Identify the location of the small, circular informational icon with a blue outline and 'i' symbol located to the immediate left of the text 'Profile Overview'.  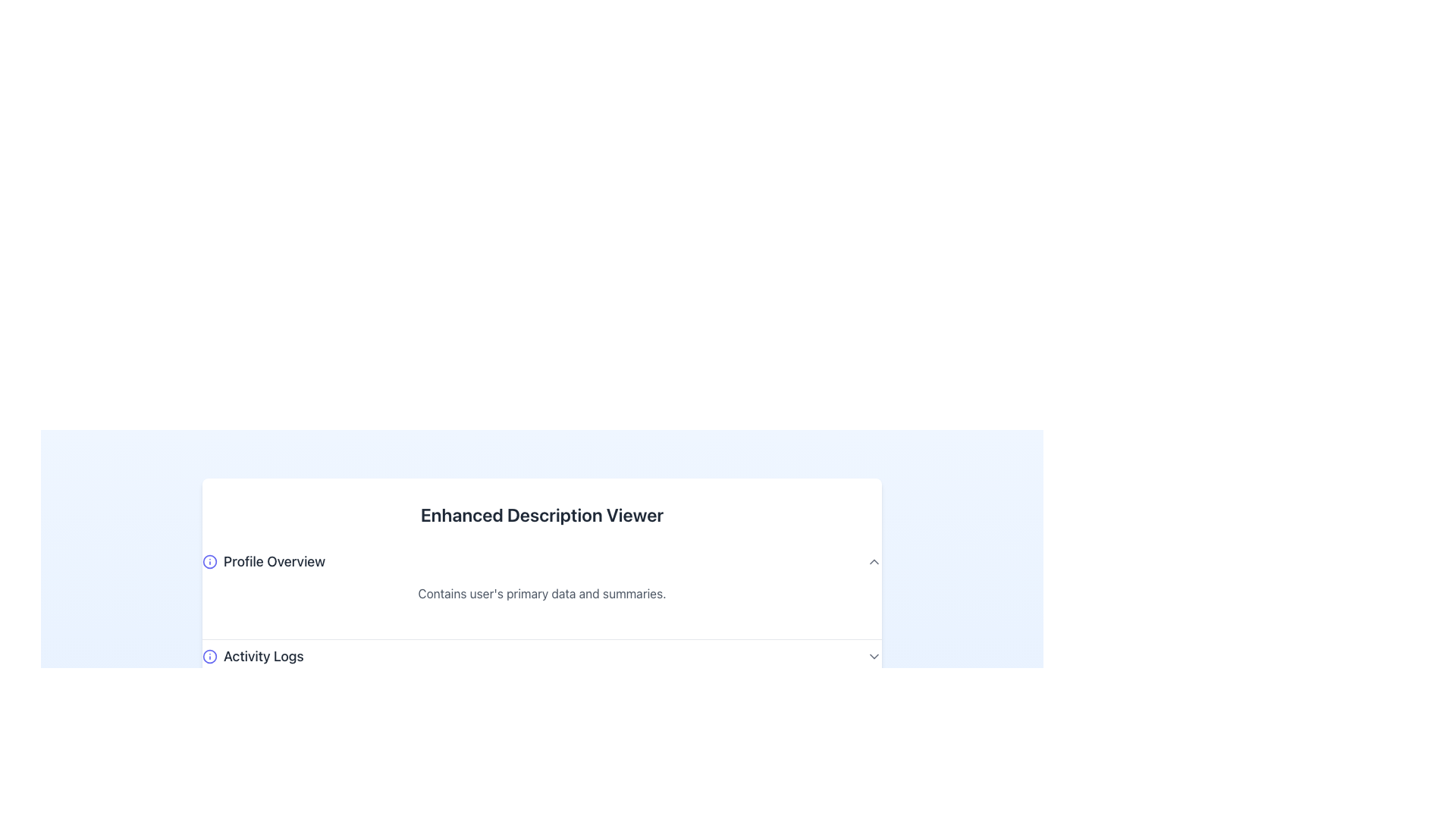
(209, 561).